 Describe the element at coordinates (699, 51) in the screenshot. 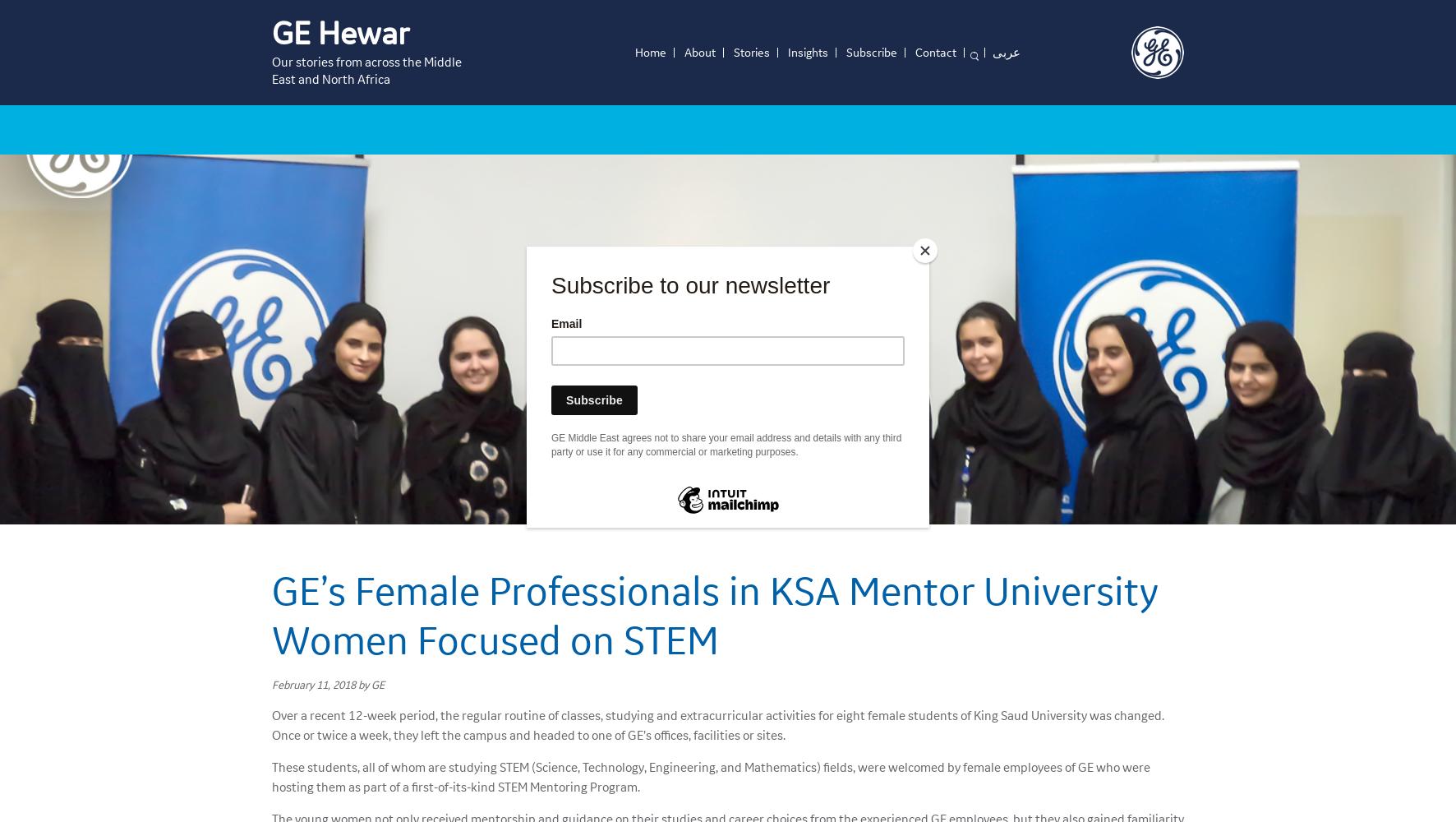

I see `'About'` at that location.